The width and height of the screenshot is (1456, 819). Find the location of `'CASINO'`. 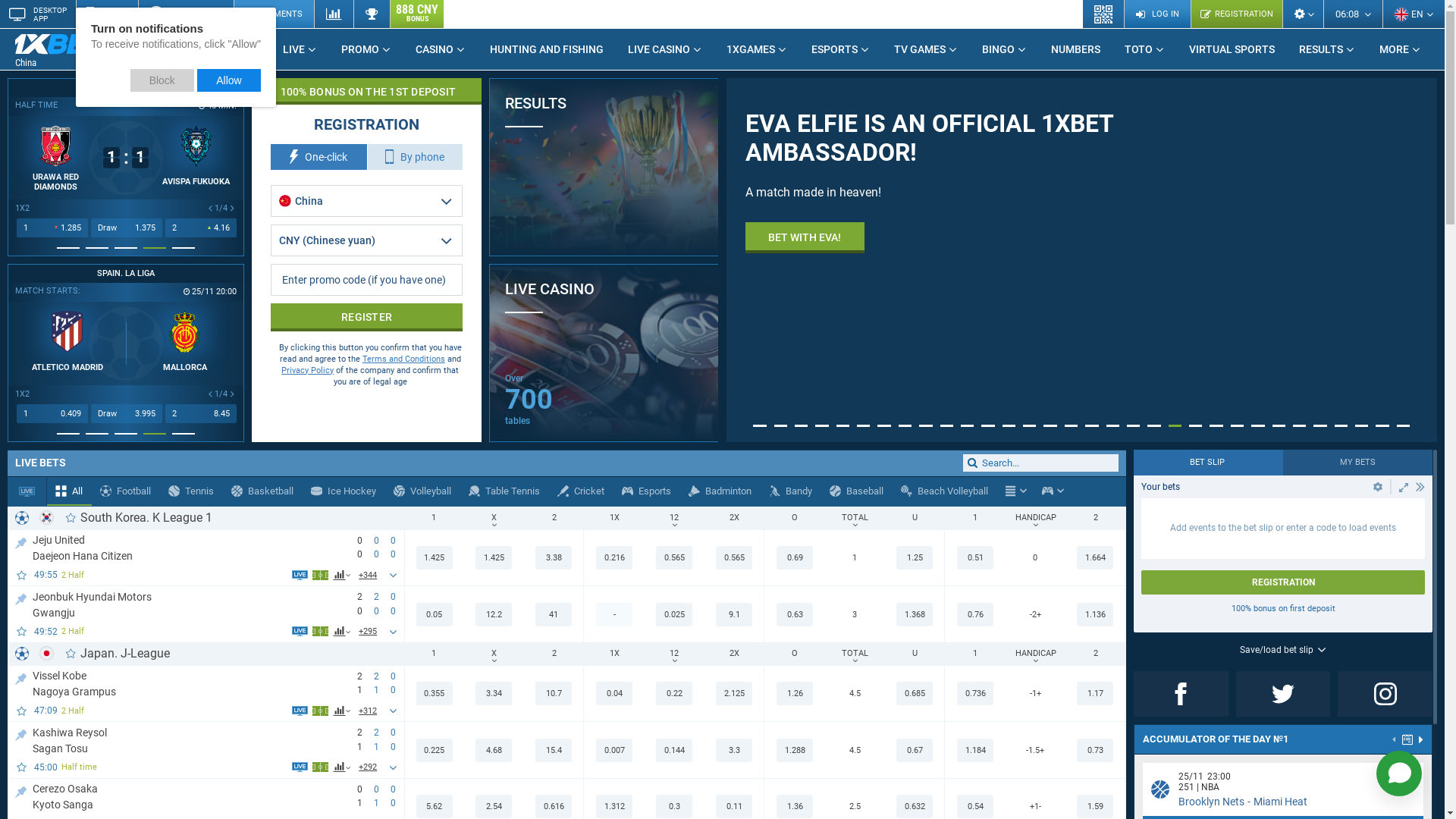

'CASINO' is located at coordinates (403, 49).